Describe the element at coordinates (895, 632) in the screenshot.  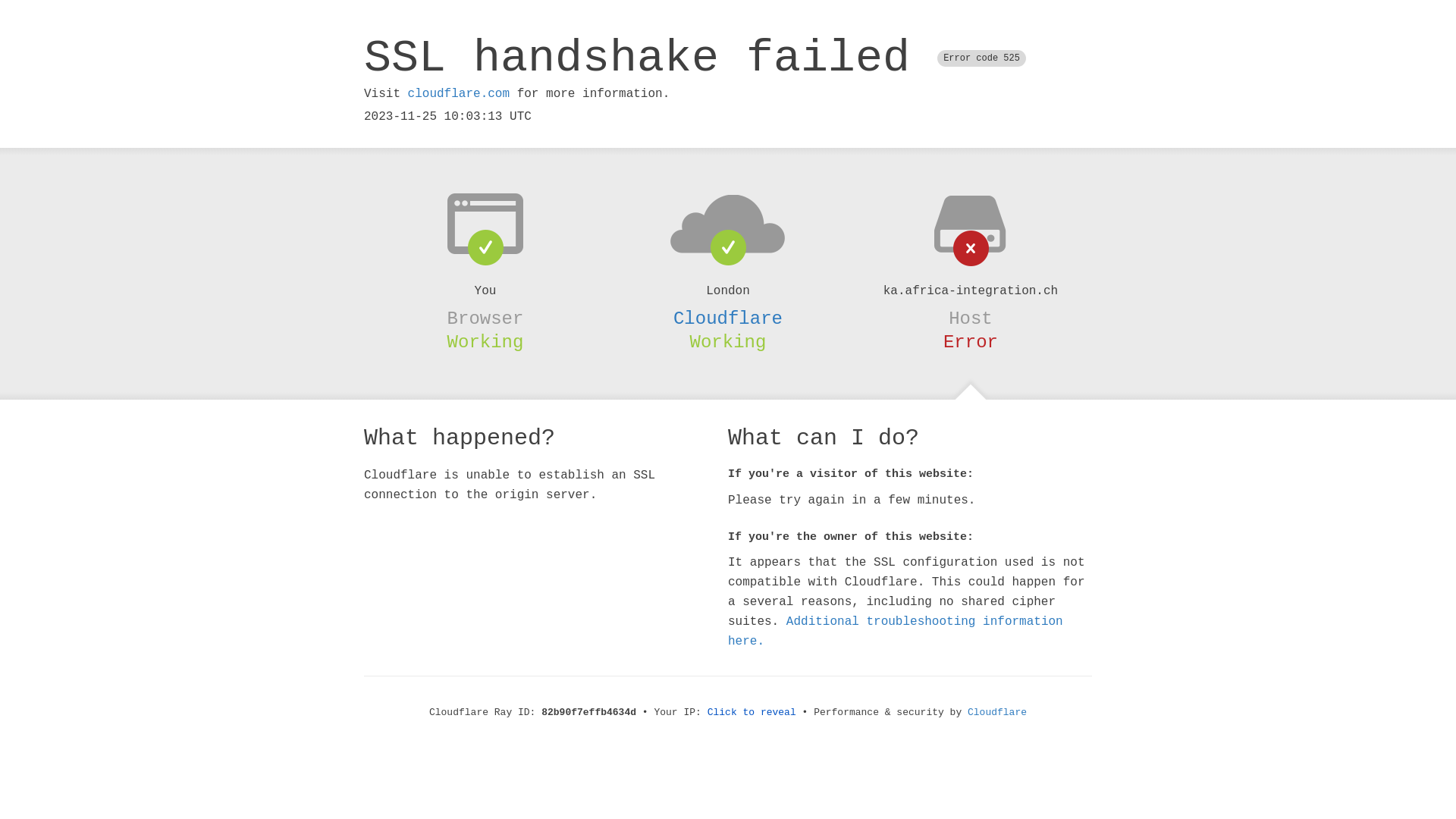
I see `'Additional troubleshooting information here.'` at that location.